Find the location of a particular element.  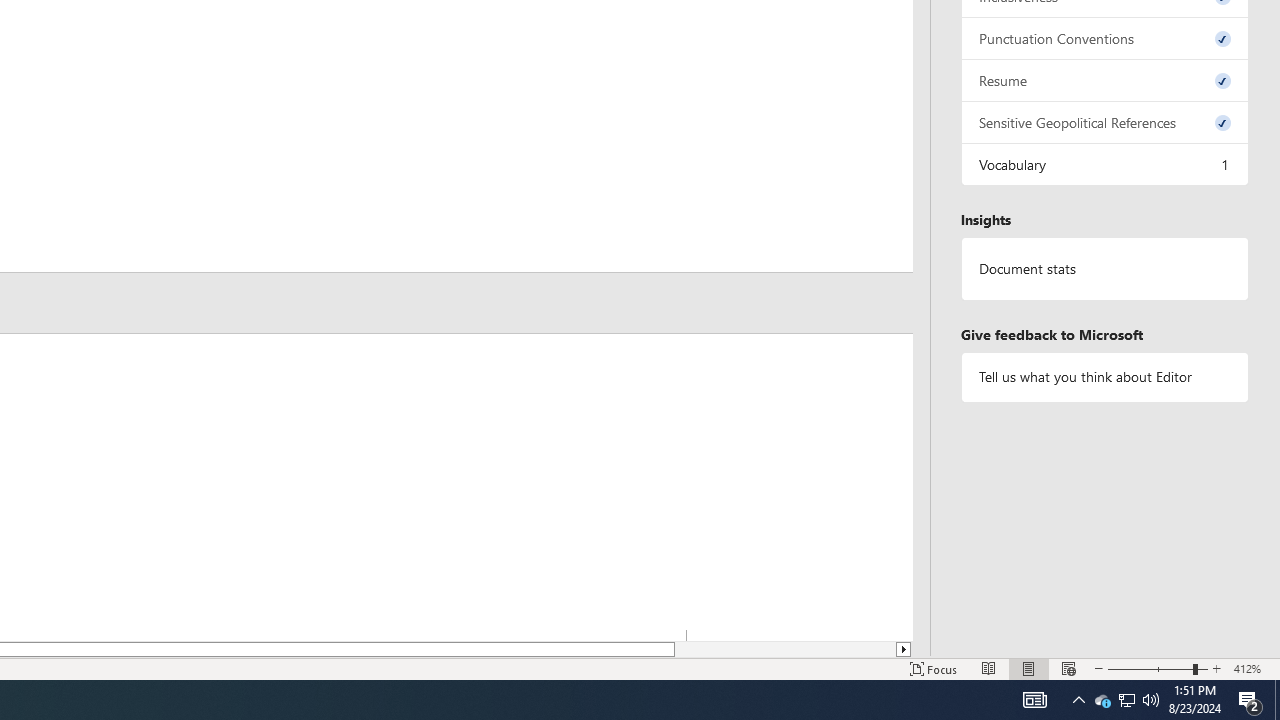

'Zoom' is located at coordinates (1158, 669).